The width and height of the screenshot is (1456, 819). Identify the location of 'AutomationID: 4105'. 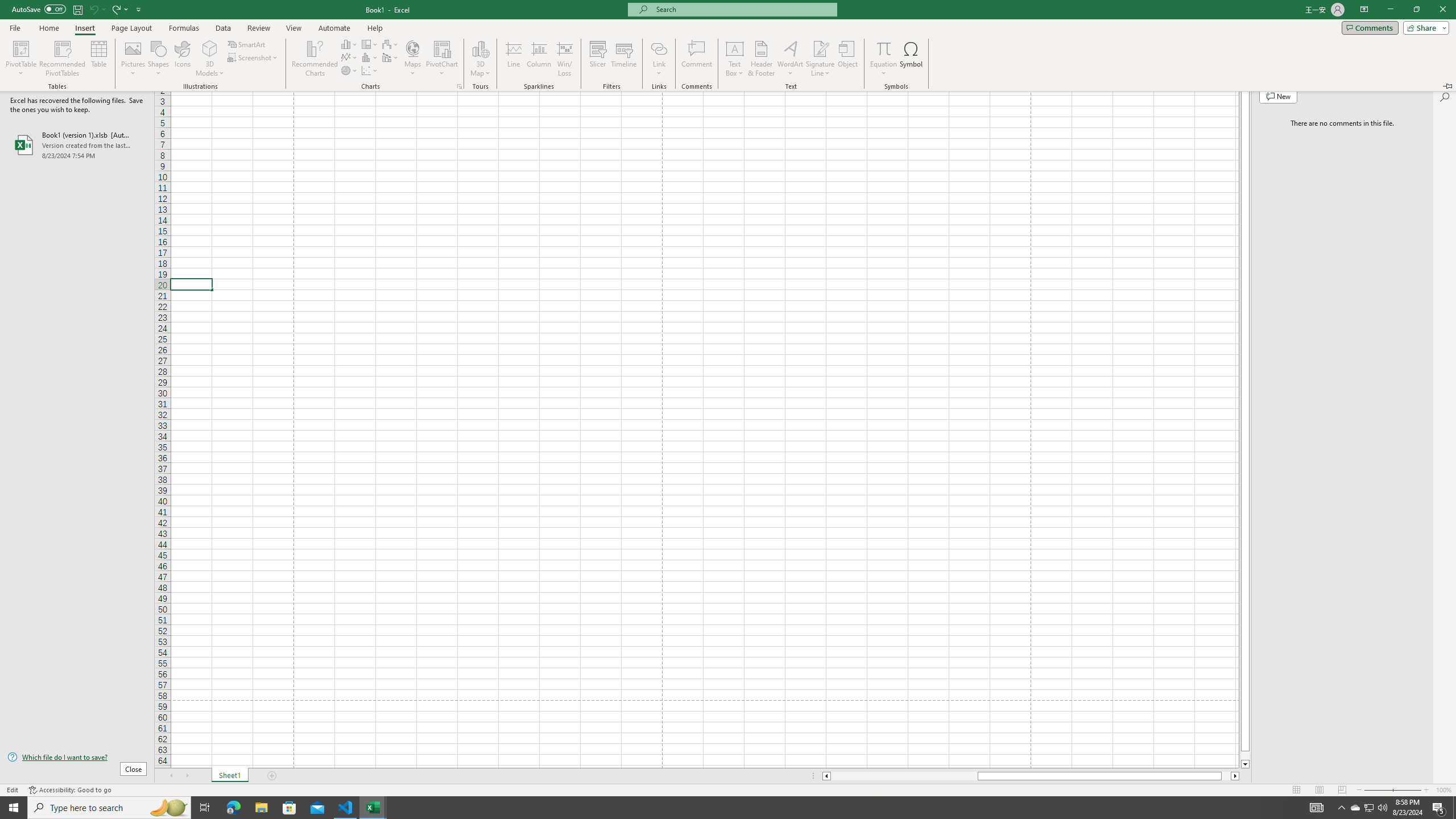
(1368, 806).